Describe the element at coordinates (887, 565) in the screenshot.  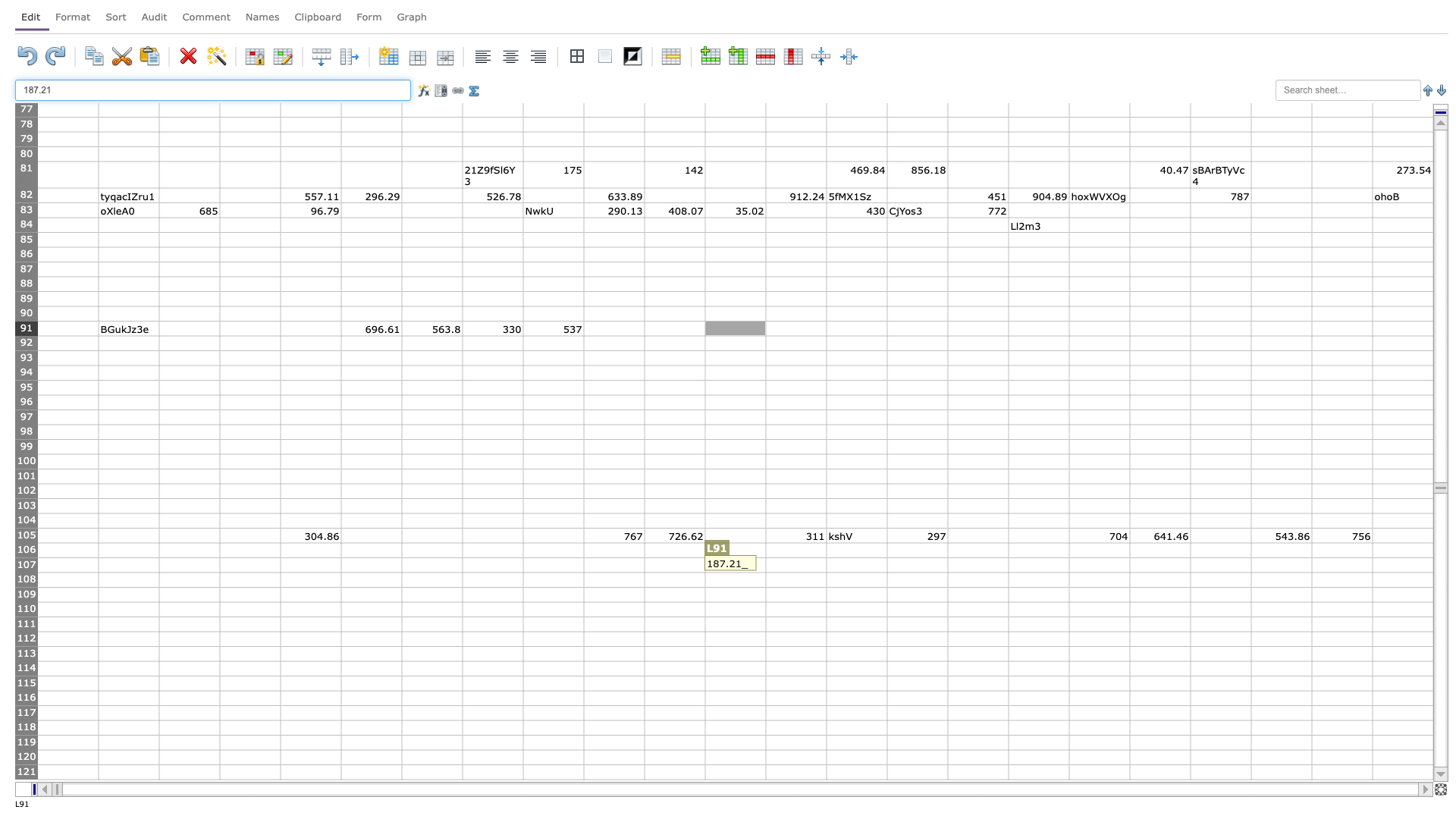
I see `right edge of cell N107` at that location.